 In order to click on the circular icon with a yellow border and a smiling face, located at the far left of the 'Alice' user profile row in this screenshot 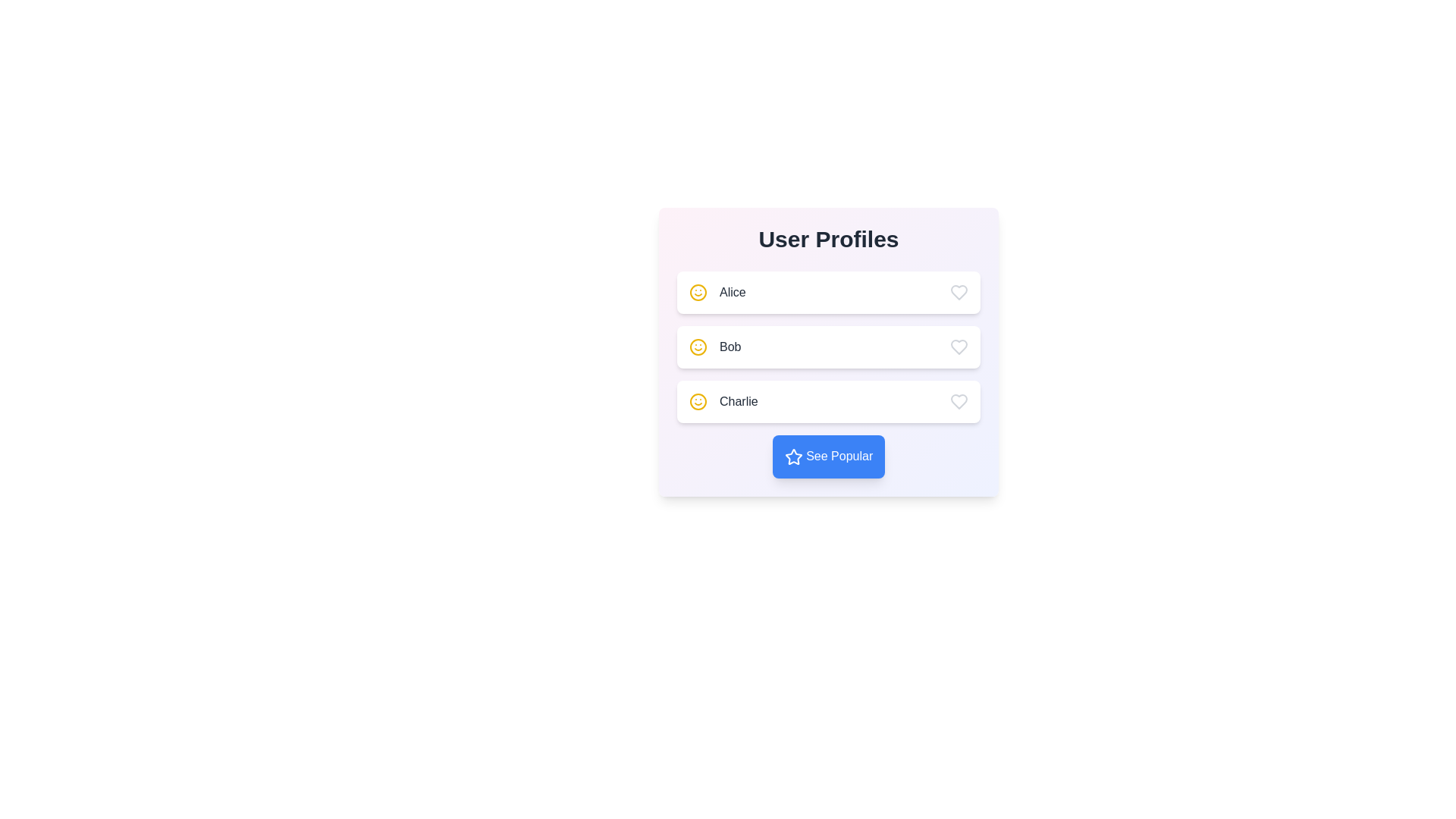, I will do `click(698, 292)`.